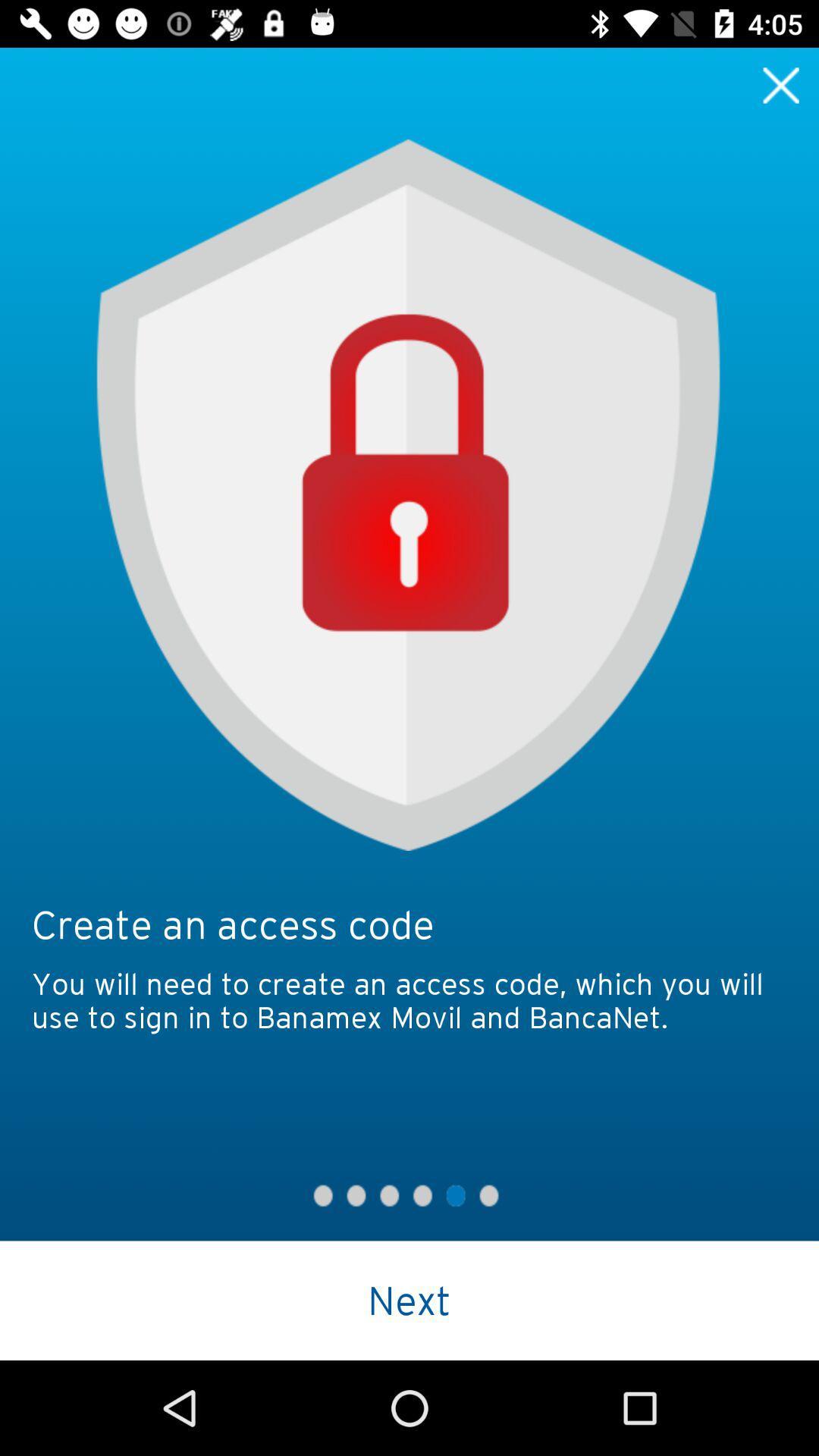 This screenshot has width=819, height=1456. Describe the element at coordinates (781, 84) in the screenshot. I see `app` at that location.